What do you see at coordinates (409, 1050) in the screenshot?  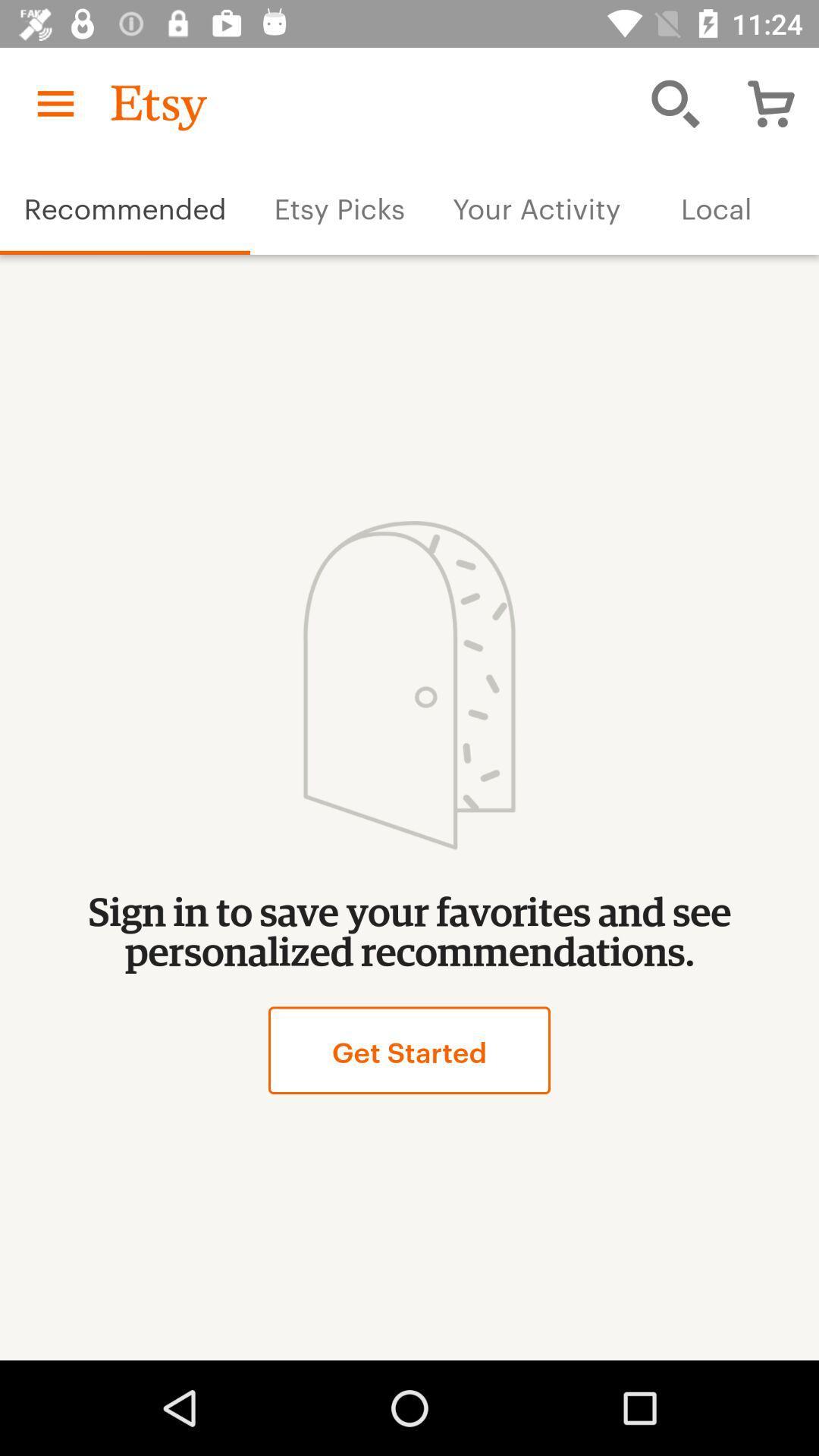 I see `the get started` at bounding box center [409, 1050].